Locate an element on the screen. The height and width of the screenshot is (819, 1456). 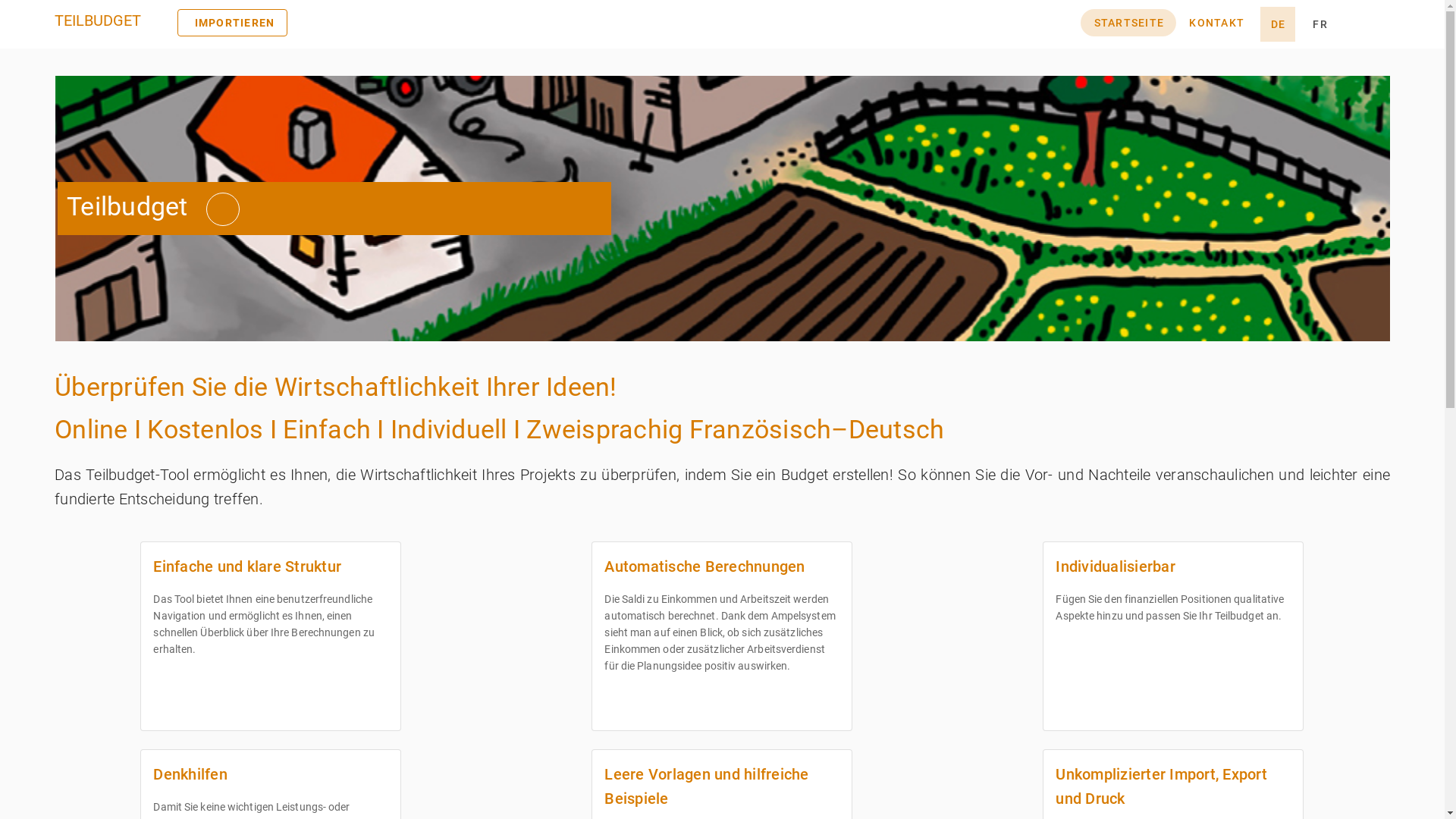
'DE' is located at coordinates (1276, 24).